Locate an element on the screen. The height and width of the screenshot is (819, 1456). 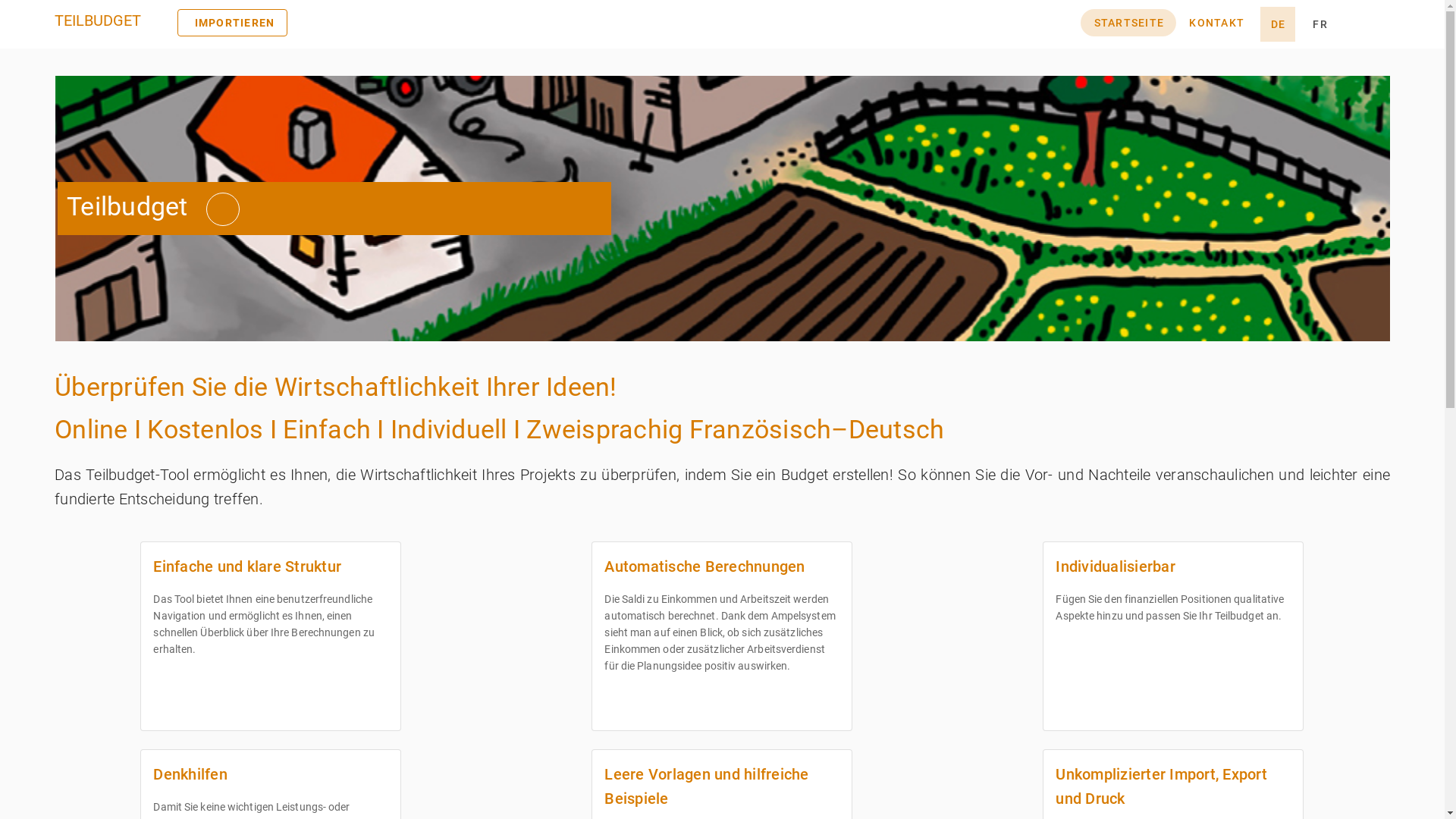
'DE' is located at coordinates (1276, 24).